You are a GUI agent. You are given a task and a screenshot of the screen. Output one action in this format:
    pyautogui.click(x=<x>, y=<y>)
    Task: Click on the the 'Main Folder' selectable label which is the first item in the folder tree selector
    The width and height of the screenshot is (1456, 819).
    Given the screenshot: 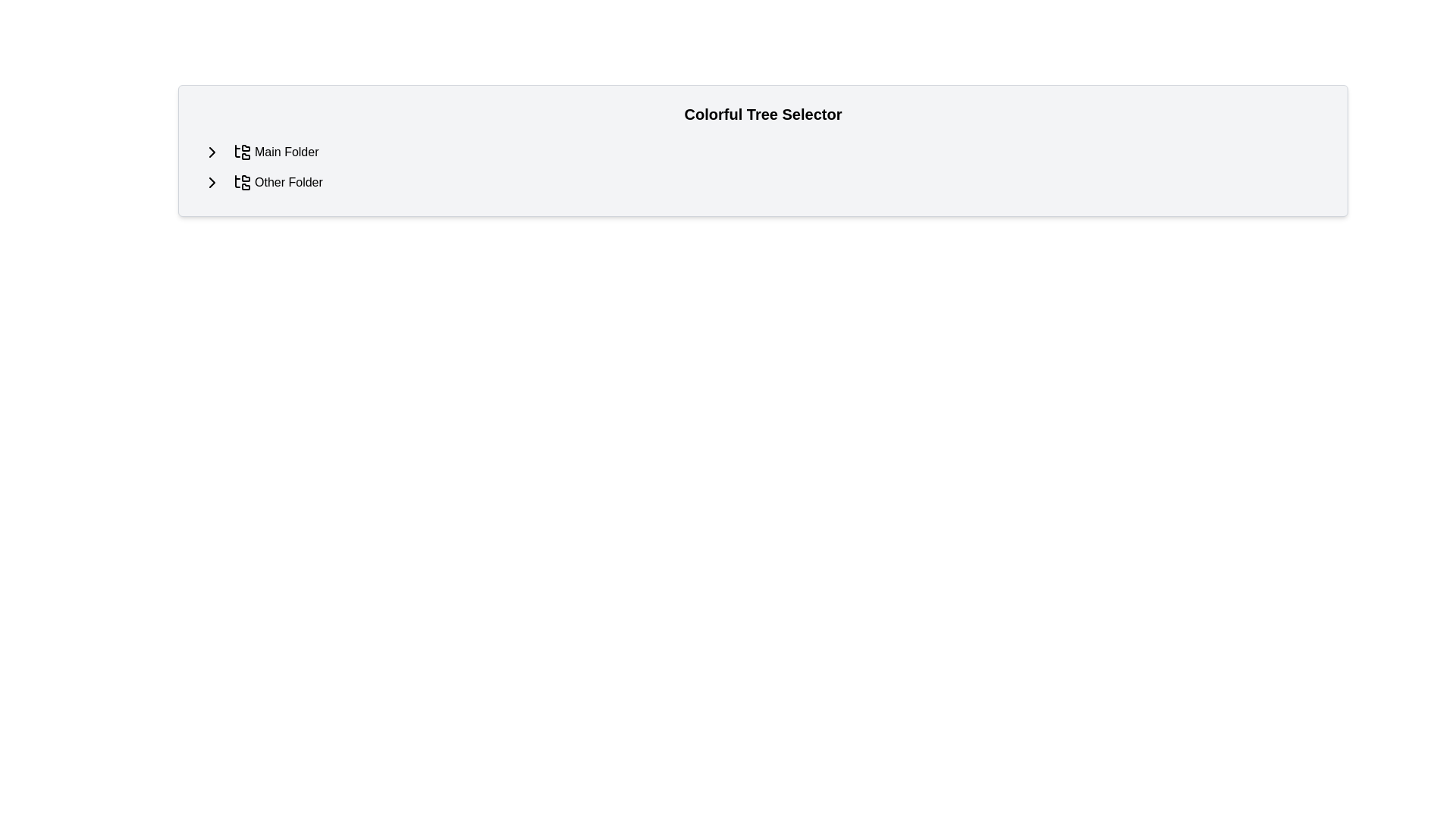 What is the action you would take?
    pyautogui.click(x=276, y=152)
    